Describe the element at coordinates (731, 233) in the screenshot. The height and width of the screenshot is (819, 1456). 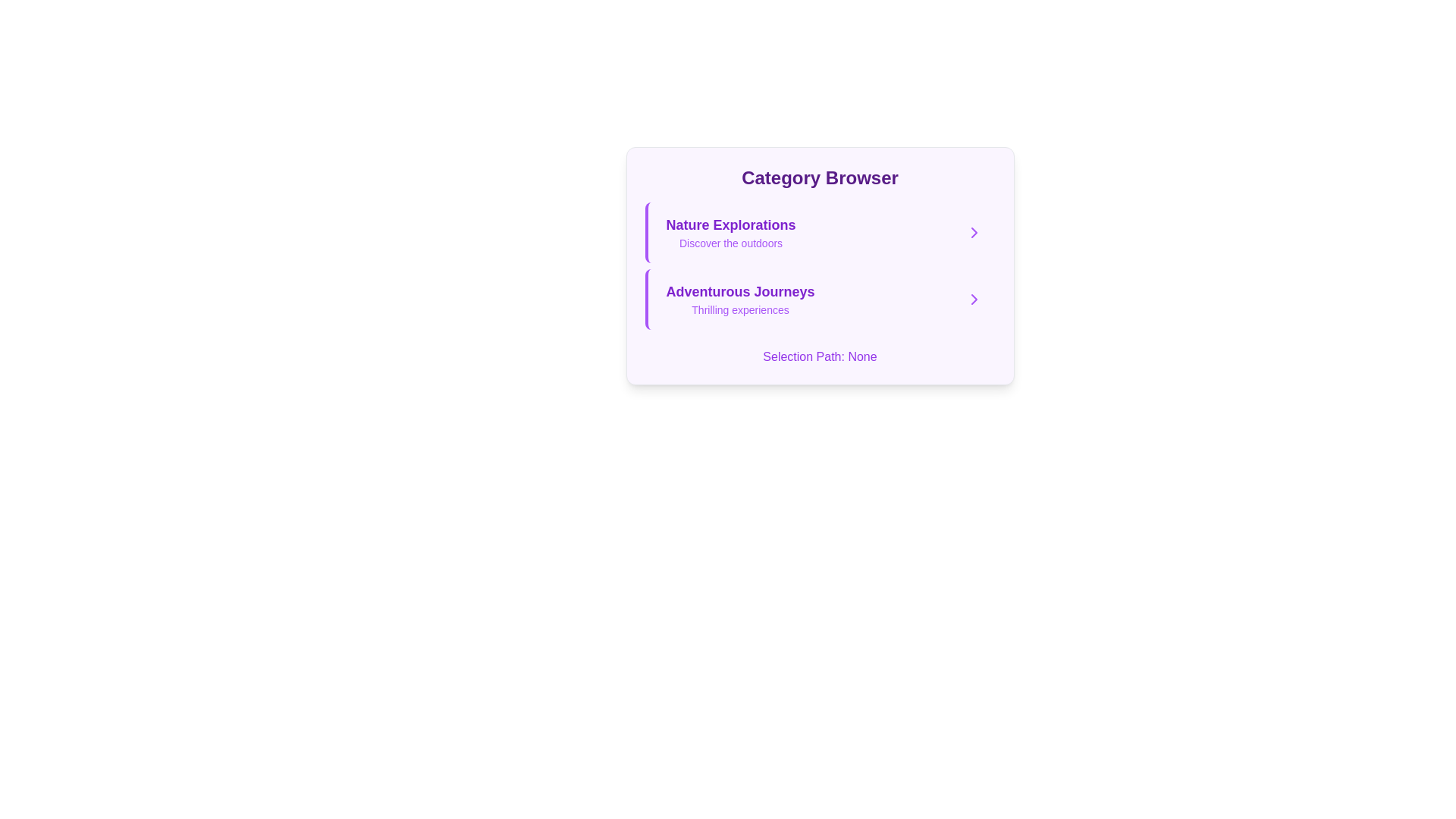
I see `text block that serves as a thematic selector for nature exploration and outdoor activities, located in the 'Category Browser' section, above 'Adventurous Journeys'` at that location.